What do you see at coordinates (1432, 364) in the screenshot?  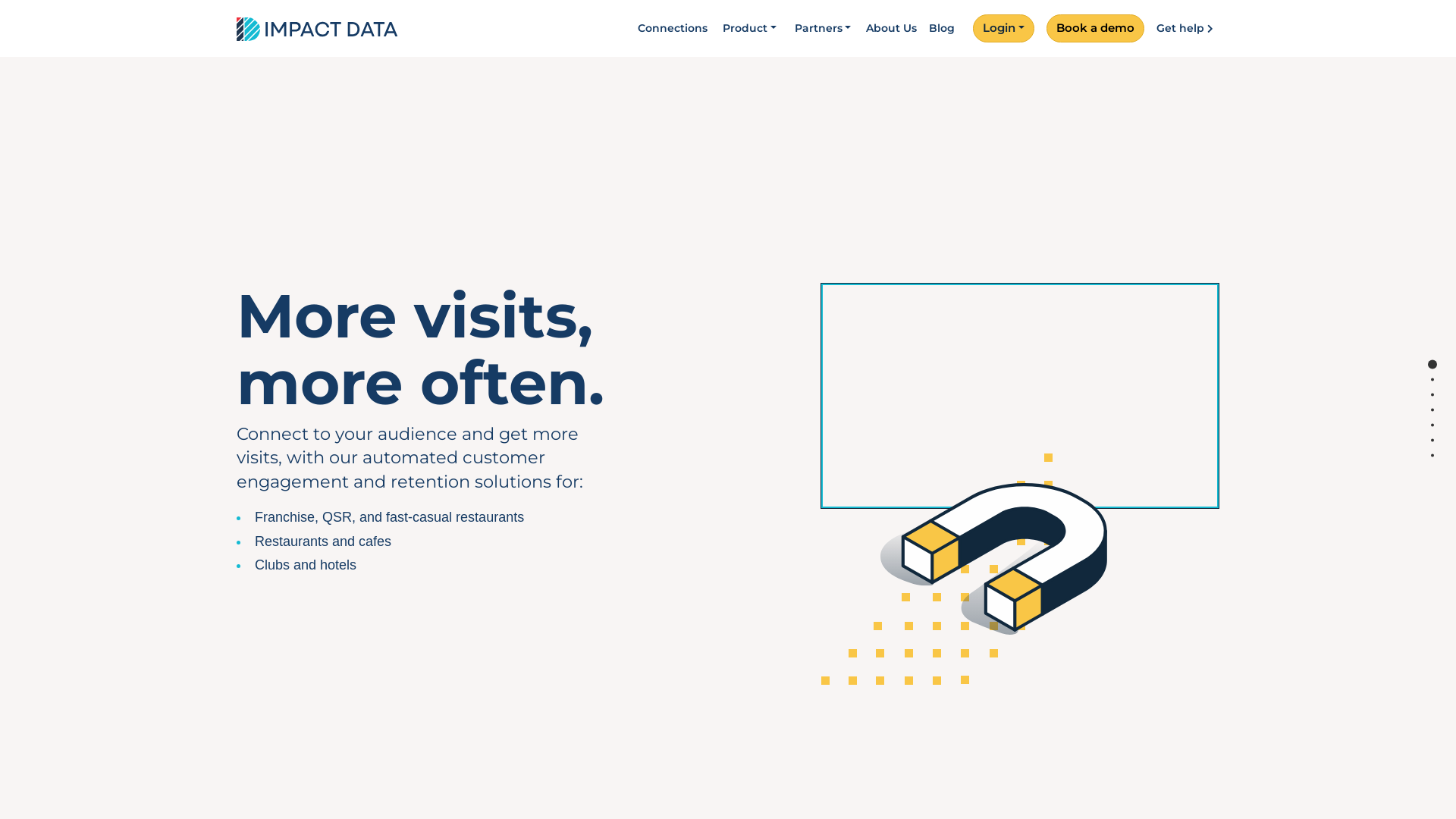 I see `'Section 1'` at bounding box center [1432, 364].